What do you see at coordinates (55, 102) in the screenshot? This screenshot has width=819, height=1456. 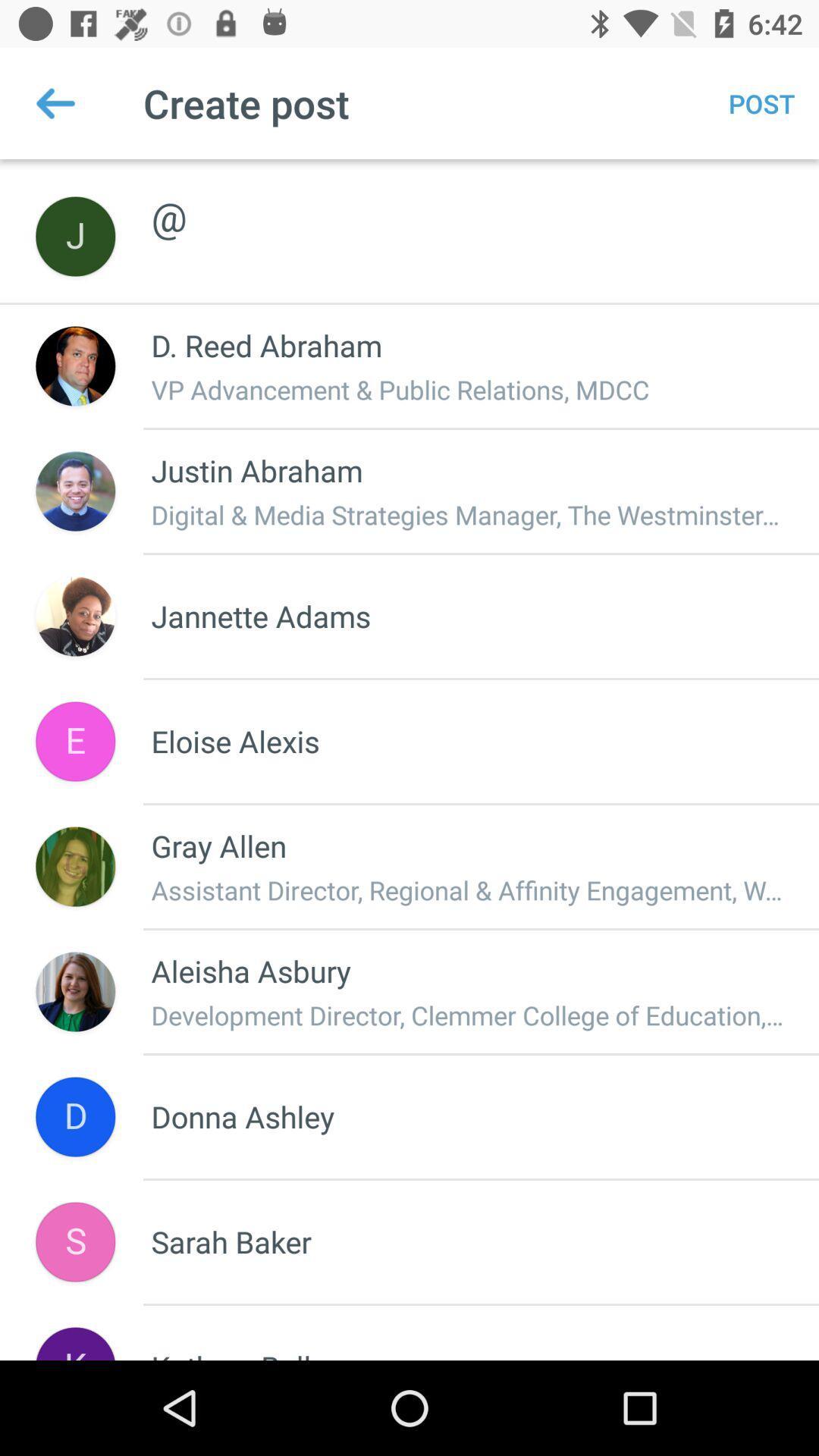 I see `icon next to the create post item` at bounding box center [55, 102].